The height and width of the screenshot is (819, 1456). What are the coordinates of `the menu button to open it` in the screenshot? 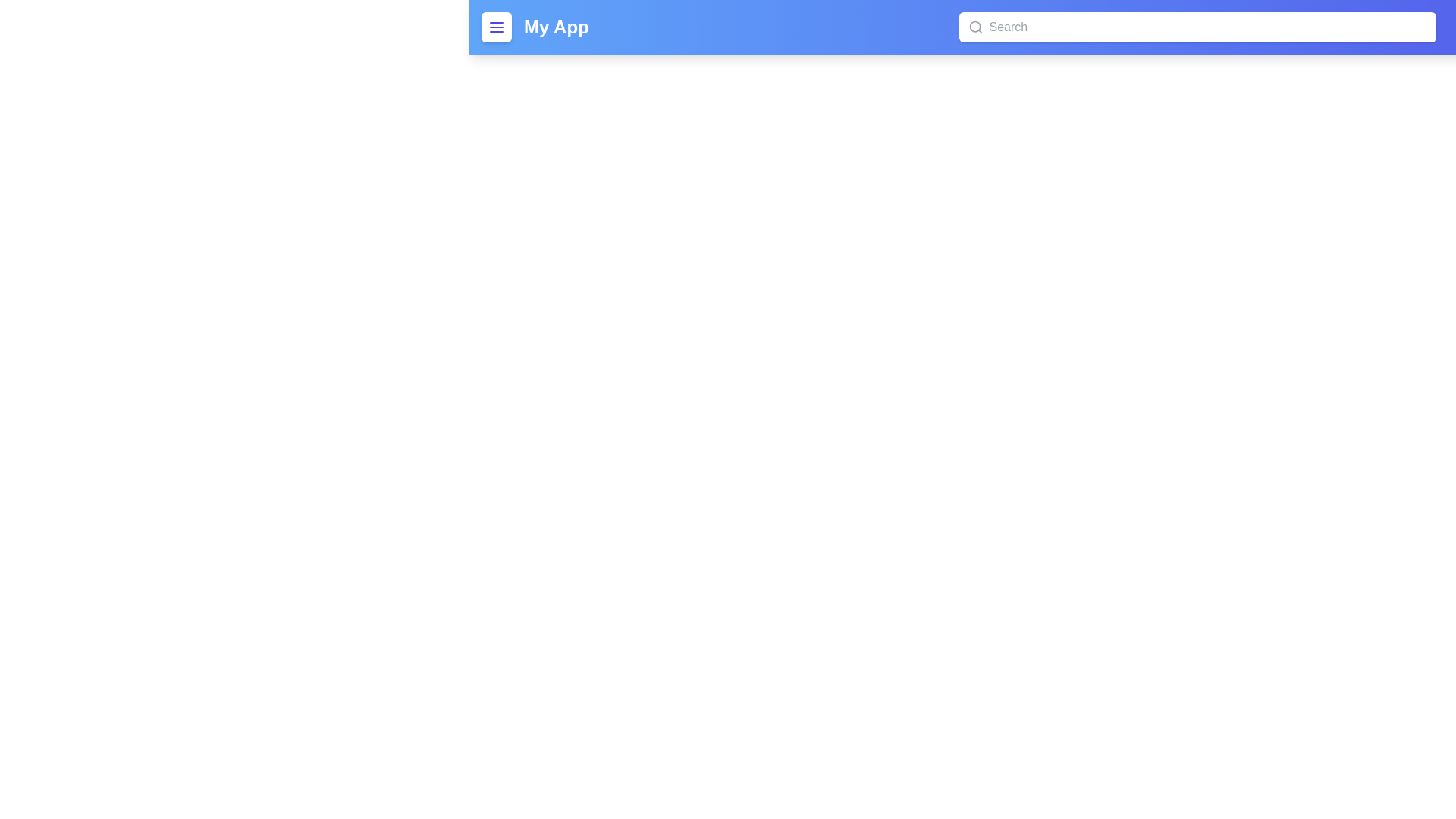 It's located at (496, 27).